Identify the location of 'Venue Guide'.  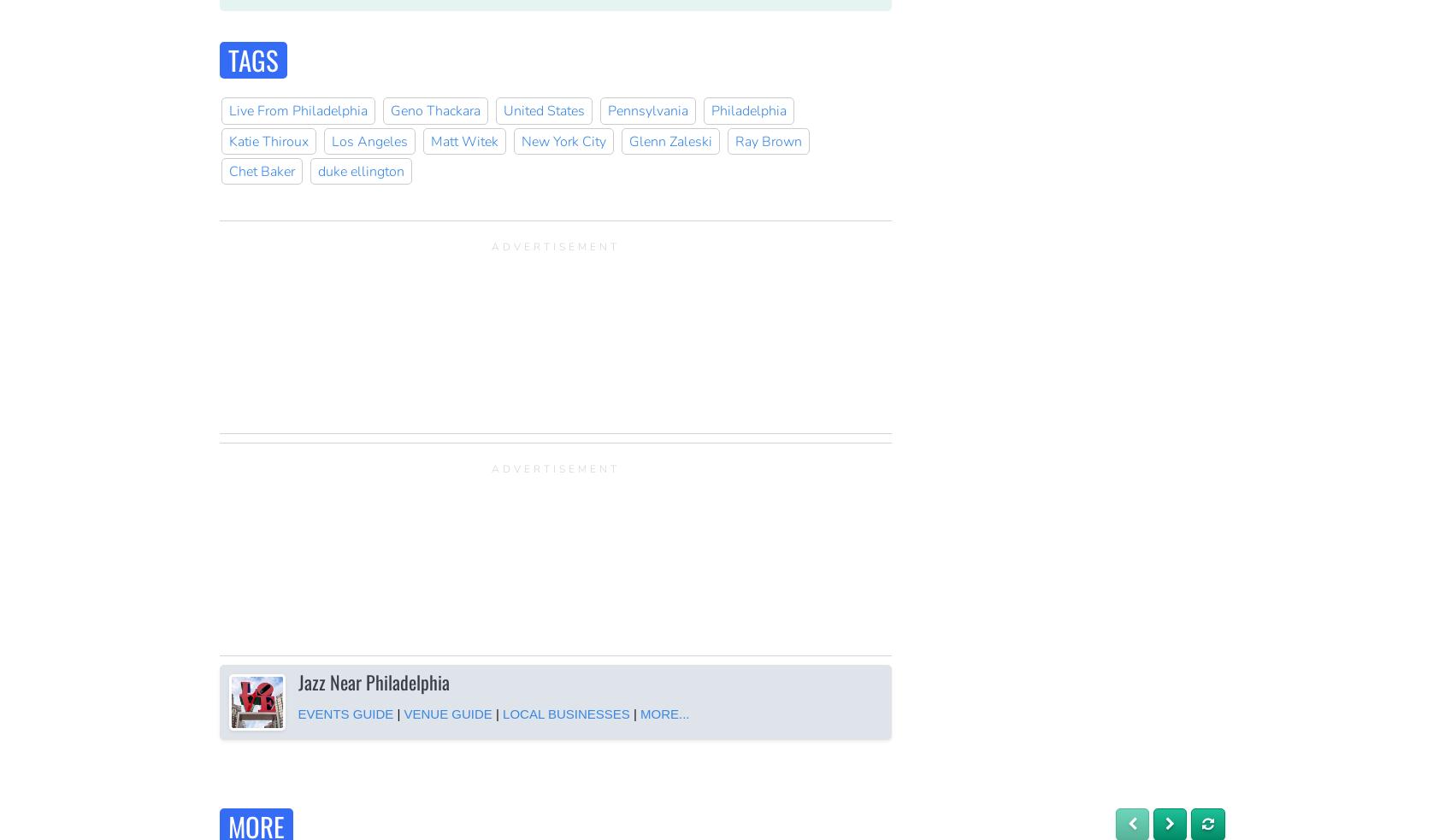
(404, 714).